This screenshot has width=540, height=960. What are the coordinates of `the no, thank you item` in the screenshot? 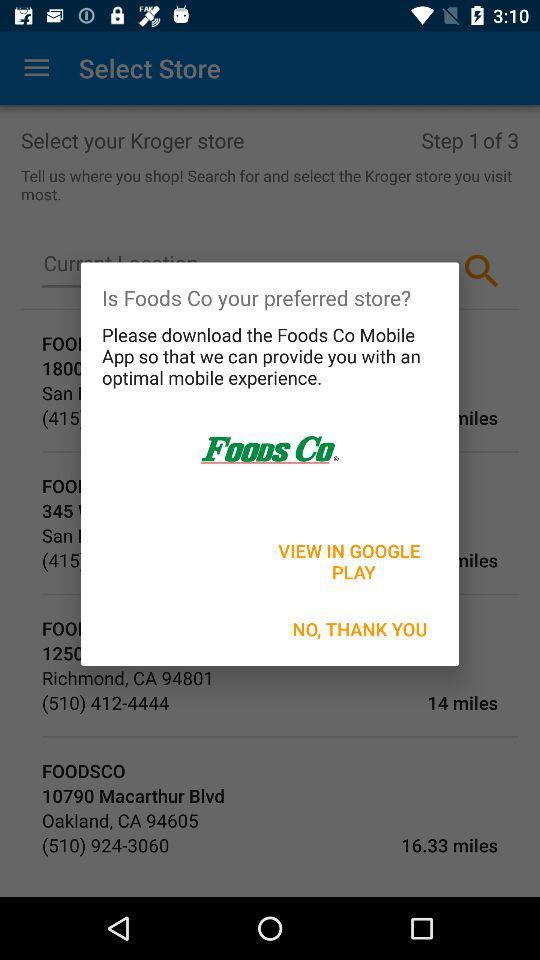 It's located at (359, 628).